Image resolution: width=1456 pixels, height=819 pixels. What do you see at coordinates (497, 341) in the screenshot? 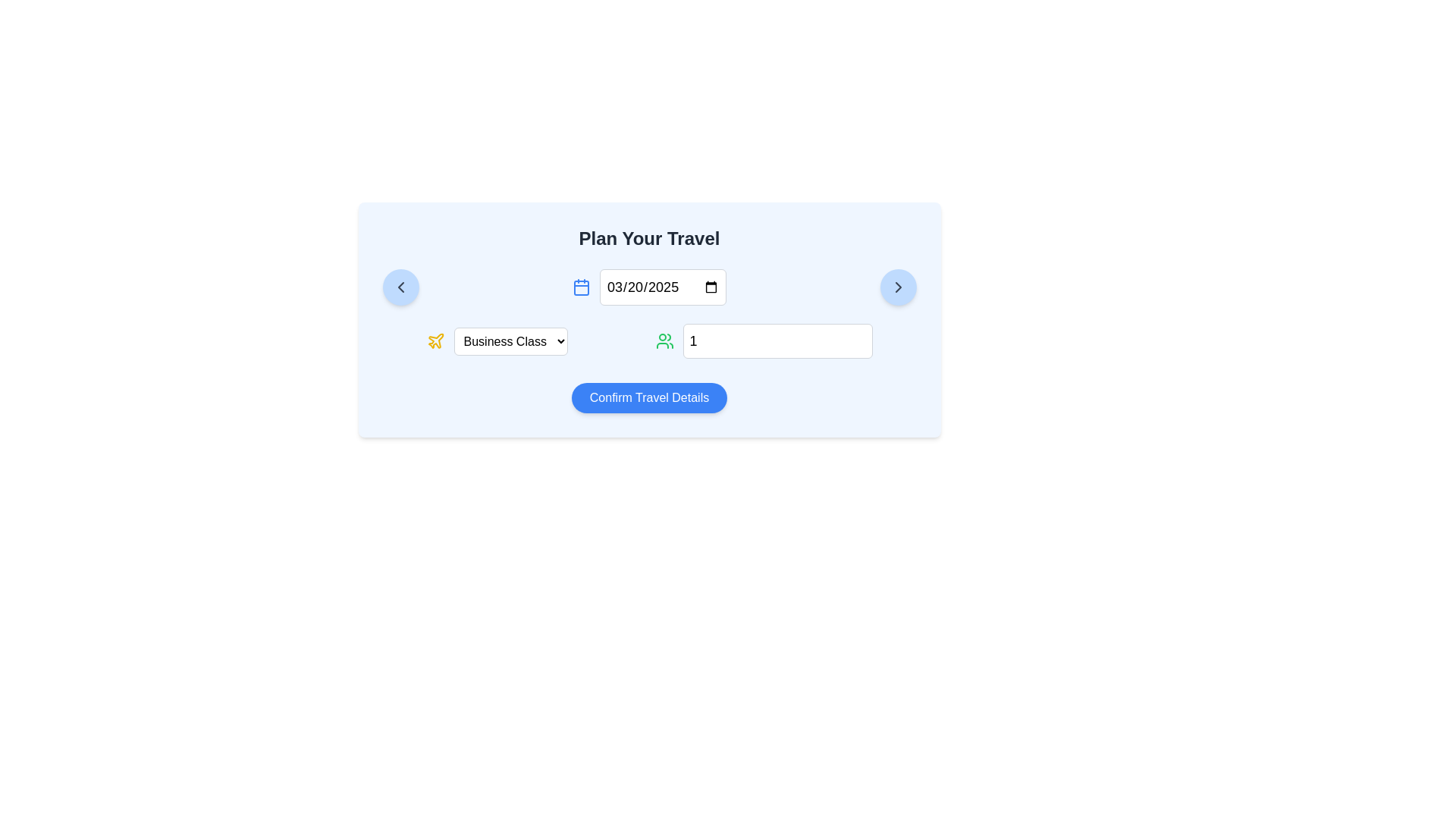
I see `the dropdown menu with an icon label that allows users` at bounding box center [497, 341].